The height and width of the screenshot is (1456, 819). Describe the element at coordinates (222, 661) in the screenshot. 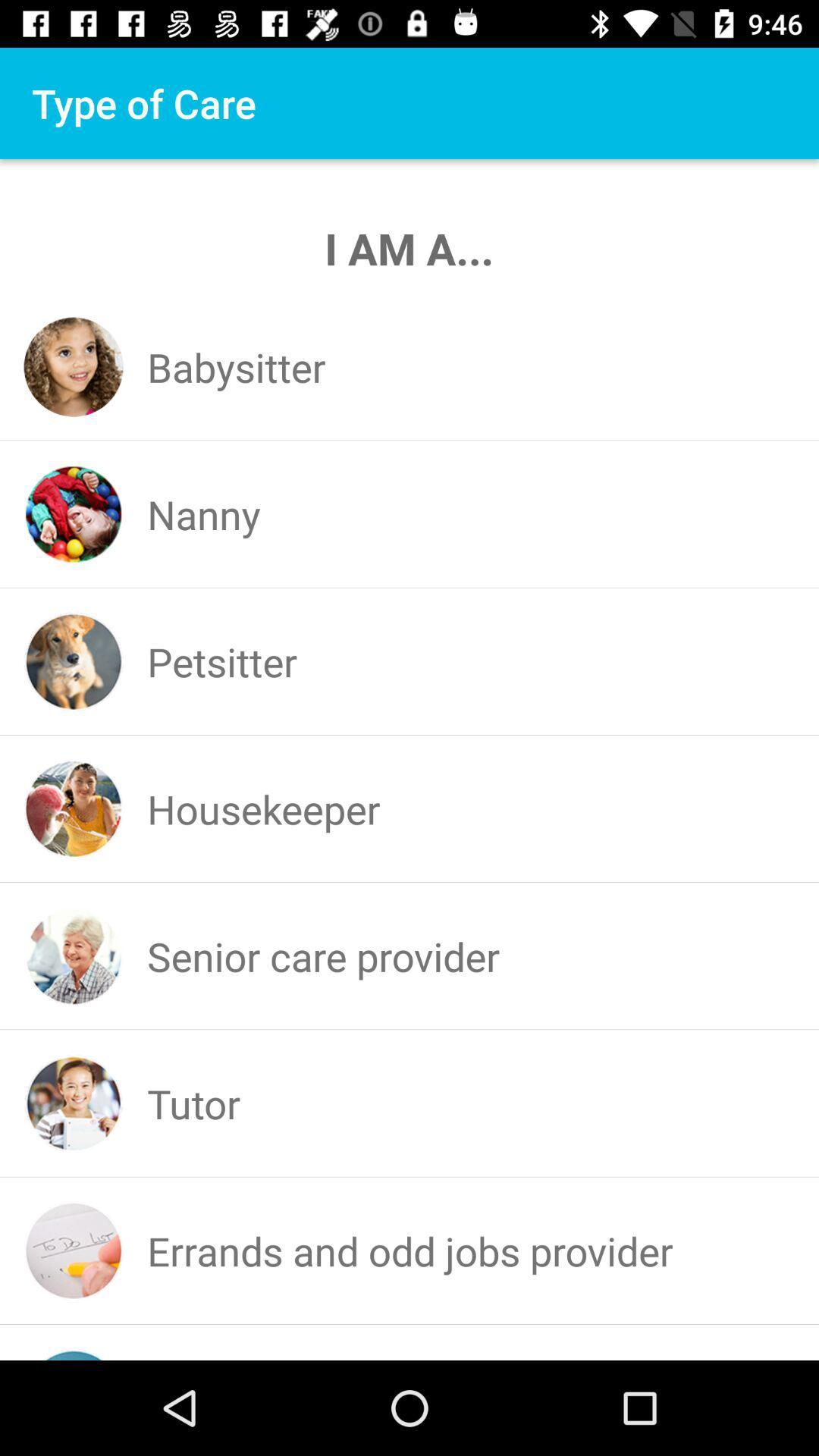

I see `item above the housekeeper` at that location.